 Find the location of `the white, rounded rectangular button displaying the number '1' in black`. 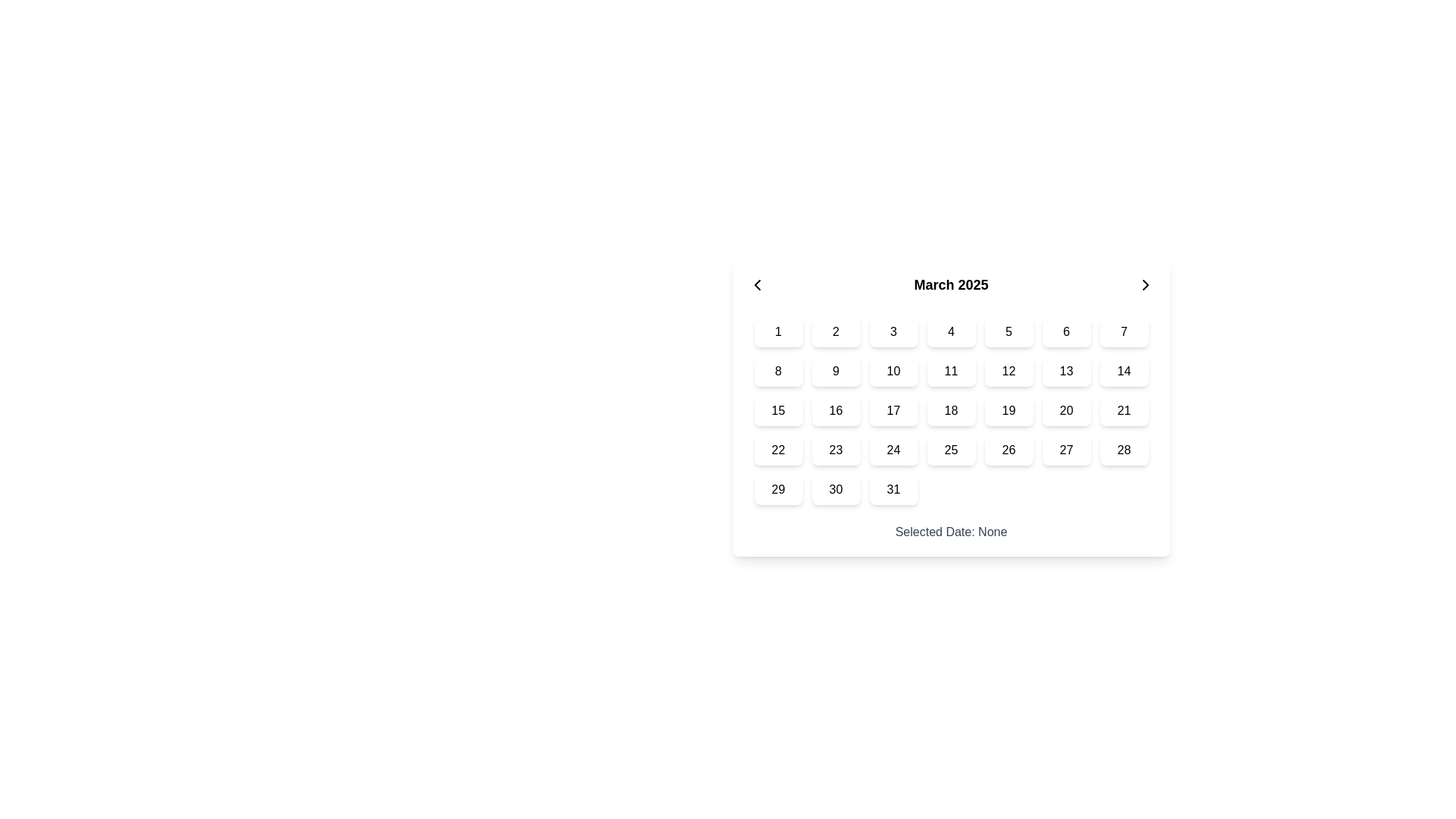

the white, rounded rectangular button displaying the number '1' in black is located at coordinates (778, 331).